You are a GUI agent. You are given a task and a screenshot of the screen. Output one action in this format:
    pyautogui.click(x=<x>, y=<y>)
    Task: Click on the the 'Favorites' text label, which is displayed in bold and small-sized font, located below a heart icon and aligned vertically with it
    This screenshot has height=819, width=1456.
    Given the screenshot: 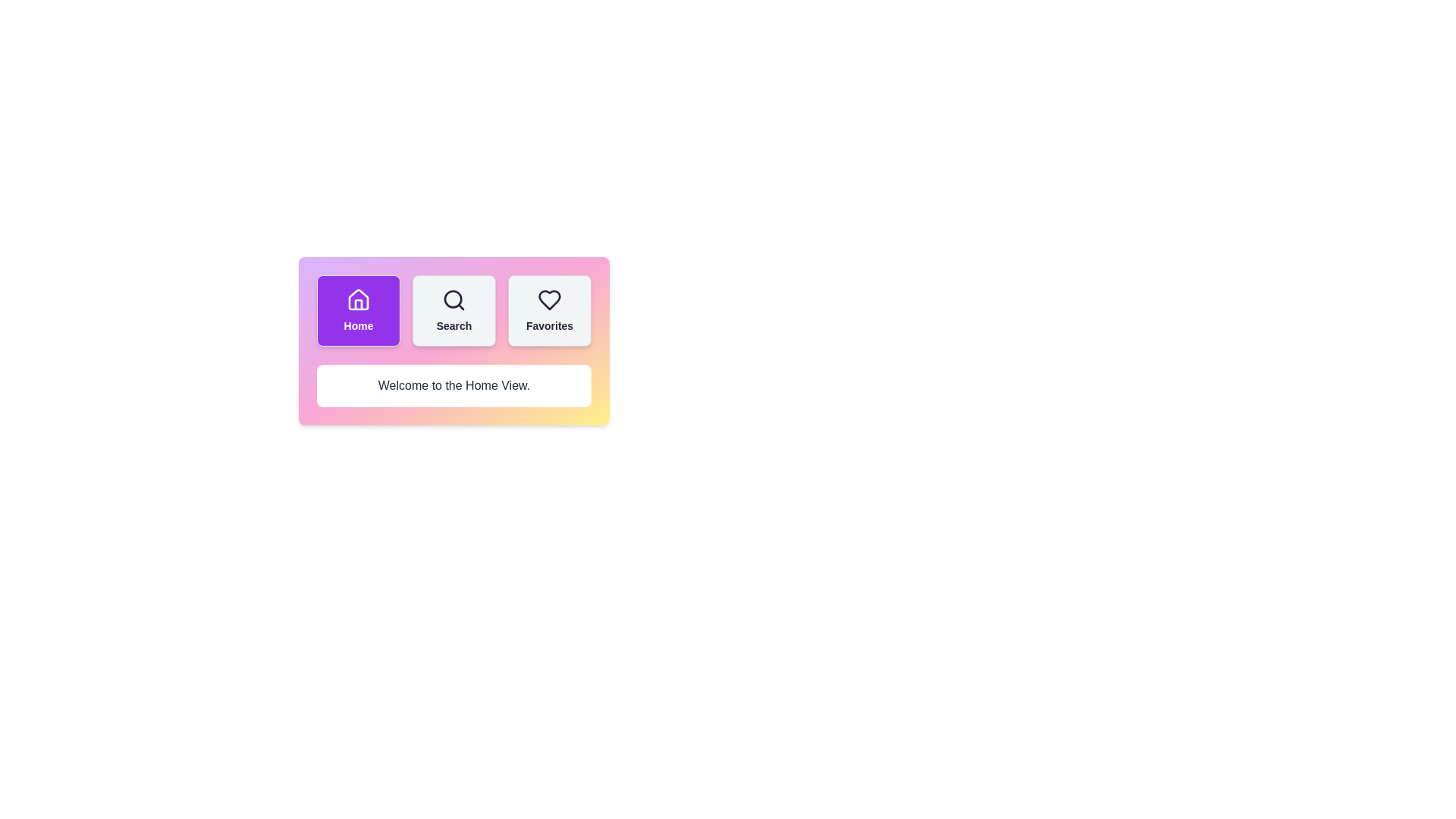 What is the action you would take?
    pyautogui.click(x=548, y=325)
    